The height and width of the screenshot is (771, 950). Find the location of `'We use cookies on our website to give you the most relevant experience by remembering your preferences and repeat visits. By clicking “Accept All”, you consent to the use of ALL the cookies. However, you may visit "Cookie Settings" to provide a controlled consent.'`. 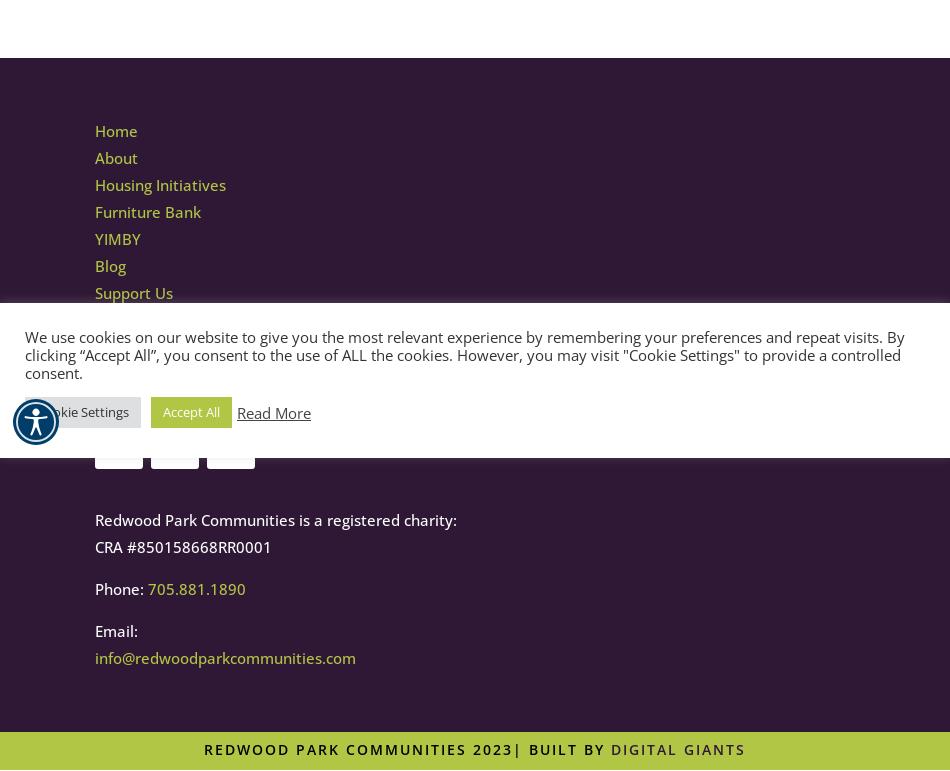

'We use cookies on our website to give you the most relevant experience by remembering your preferences and repeat visits. By clicking “Accept All”, you consent to the use of ALL the cookies. However, you may visit "Cookie Settings" to provide a controlled consent.' is located at coordinates (464, 353).